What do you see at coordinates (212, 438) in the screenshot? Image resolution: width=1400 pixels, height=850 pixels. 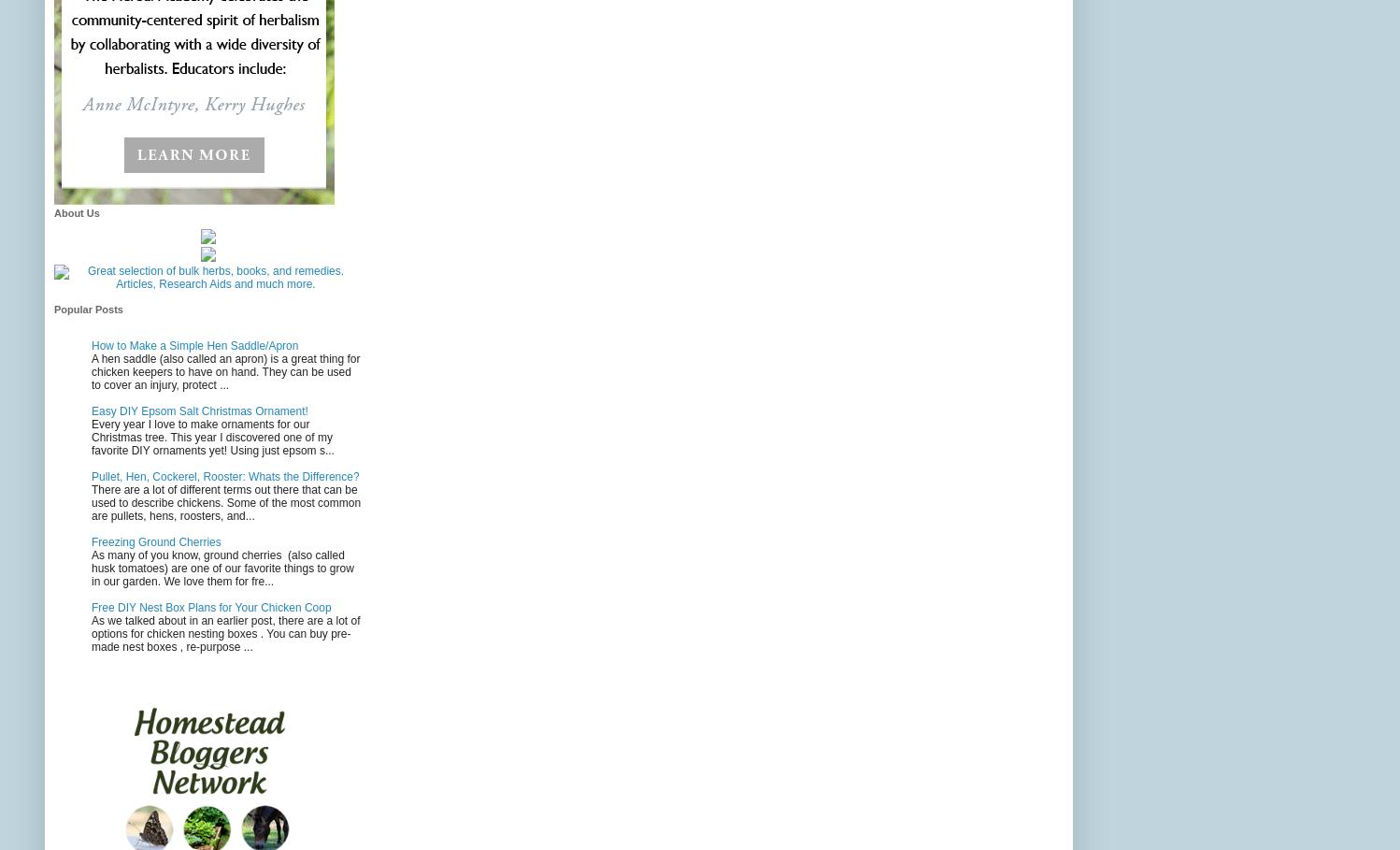 I see `'Every year I love to make ornaments for our Christmas tree. This year I discovered one of my favorite DIY ornaments yet! Using just epsom s...'` at bounding box center [212, 438].